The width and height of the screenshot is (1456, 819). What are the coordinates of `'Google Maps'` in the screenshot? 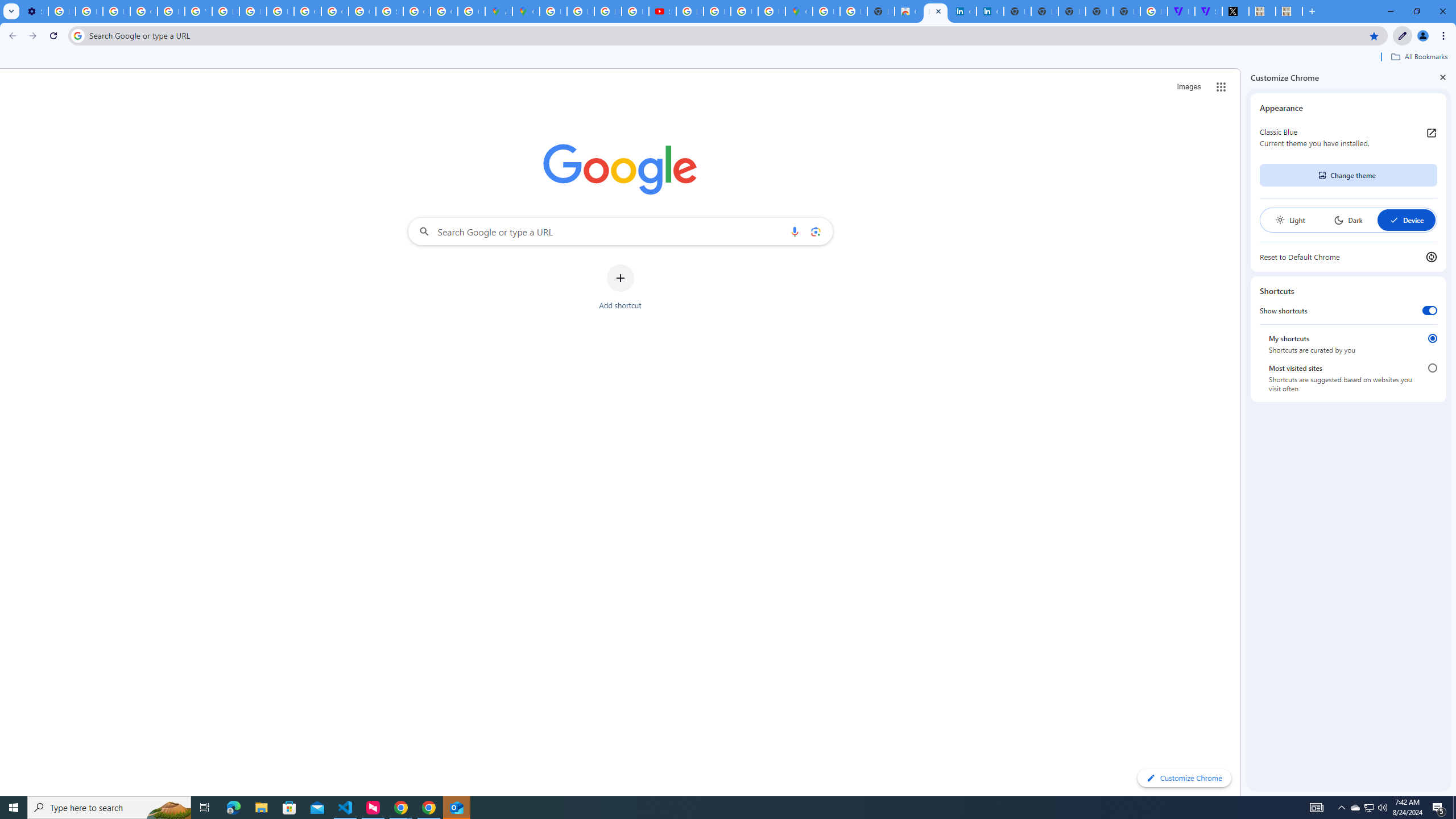 It's located at (526, 11).